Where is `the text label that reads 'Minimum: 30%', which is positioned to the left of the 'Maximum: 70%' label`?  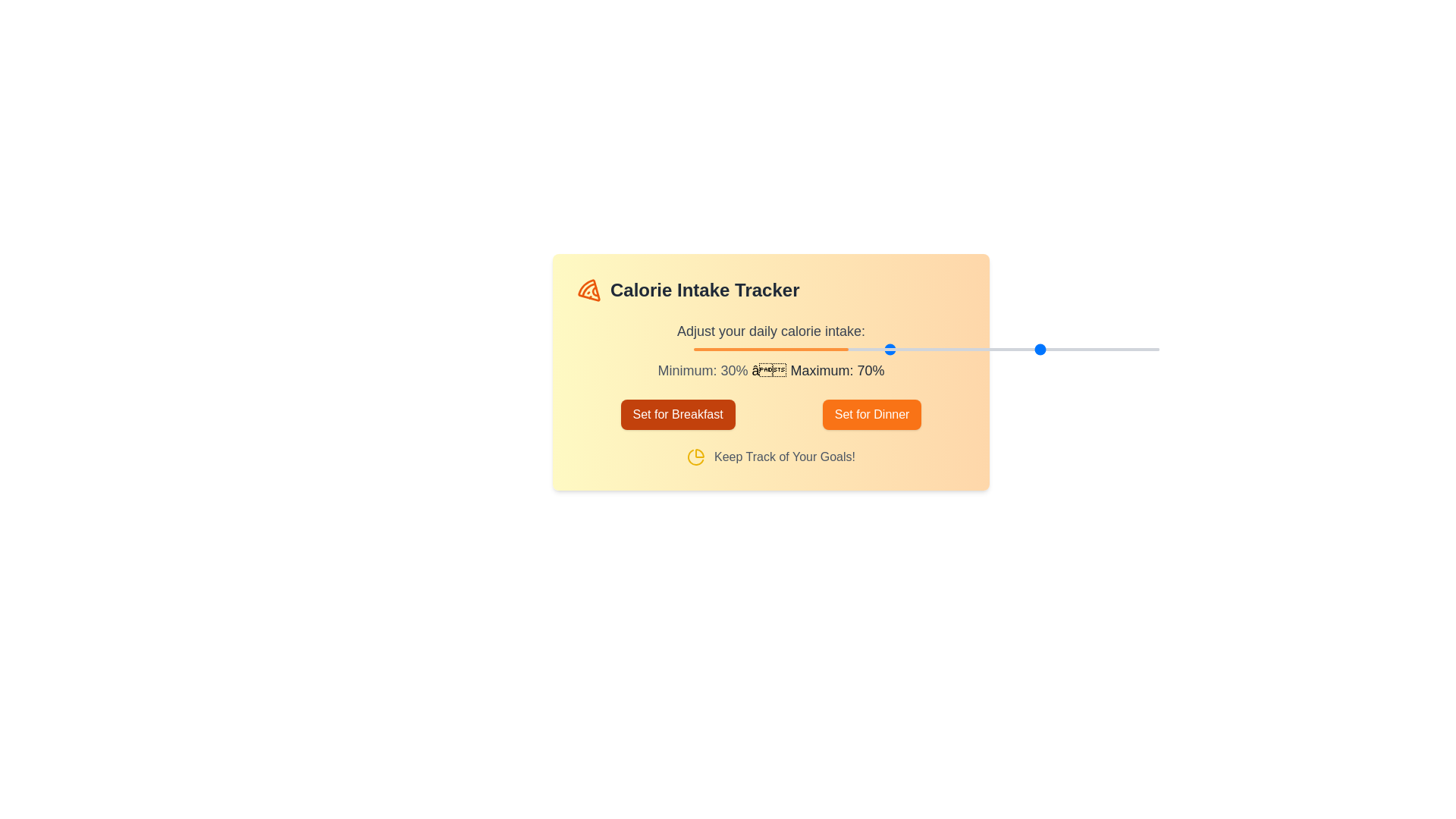 the text label that reads 'Minimum: 30%', which is positioned to the left of the 'Maximum: 70%' label is located at coordinates (701, 371).